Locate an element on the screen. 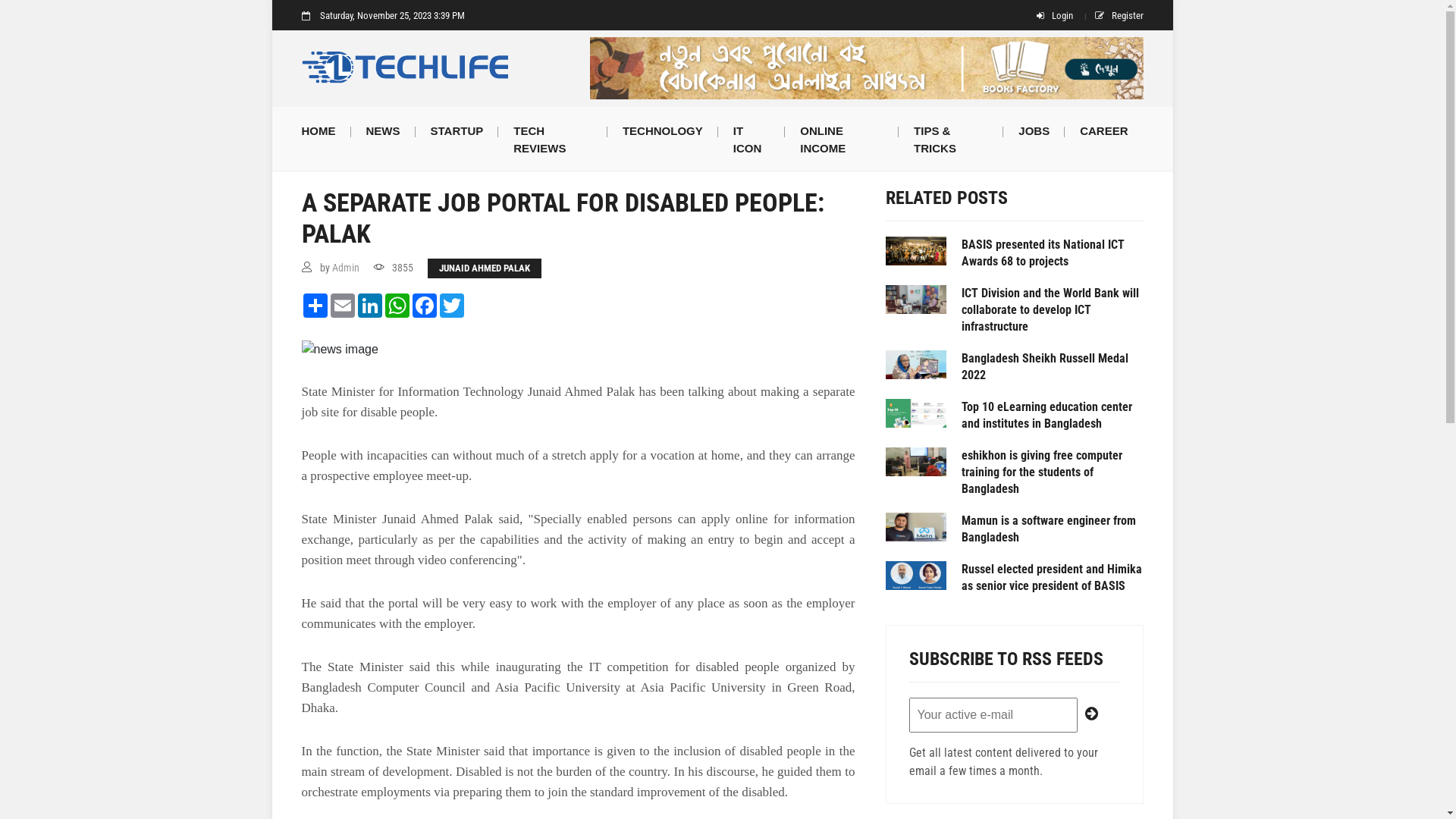 The image size is (1456, 819). 'Login' is located at coordinates (1054, 15).